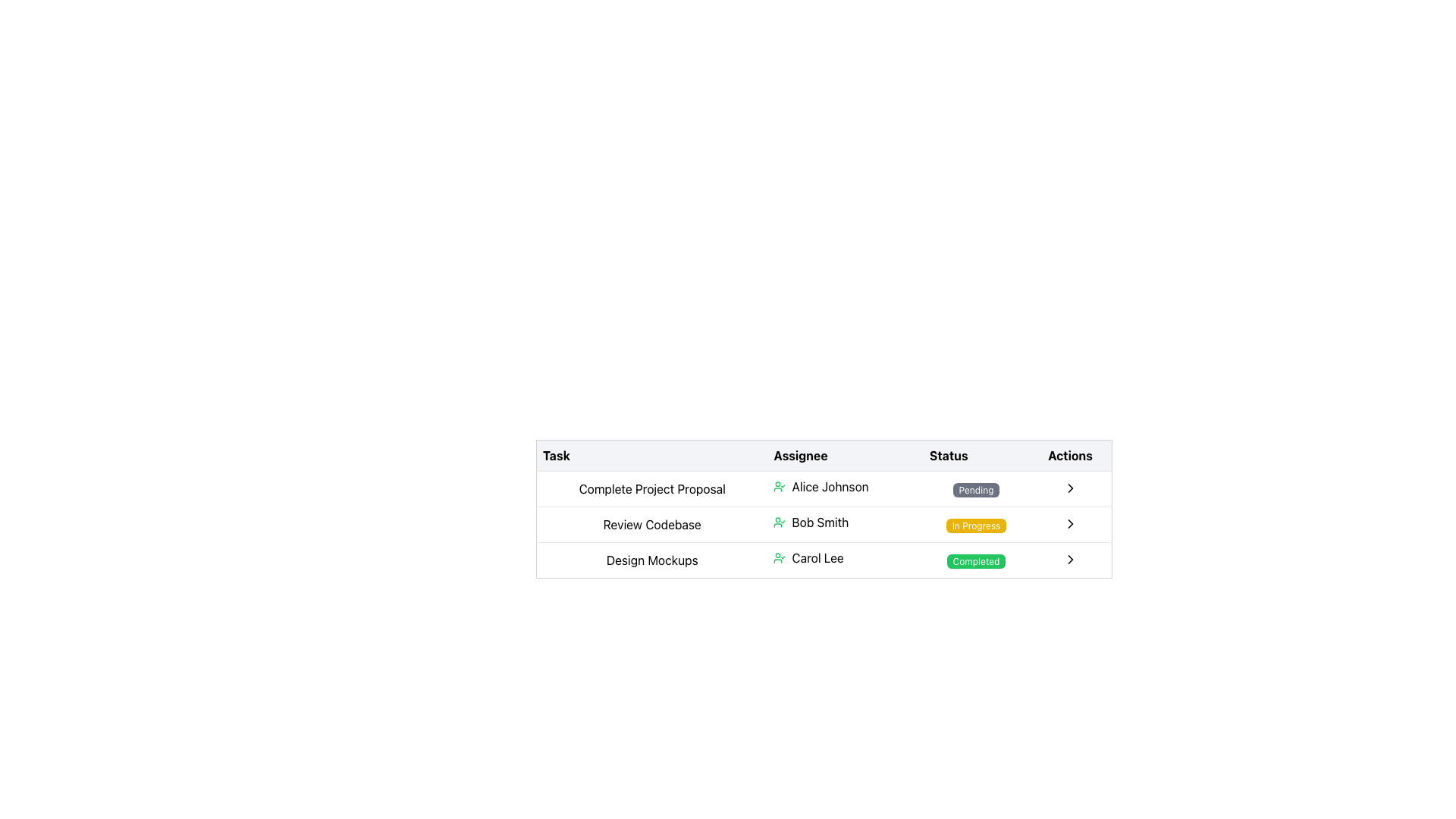 The width and height of the screenshot is (1456, 819). What do you see at coordinates (651, 523) in the screenshot?
I see `the text label displaying the task assigned to Bob Smith in the 'Task' column of the task management table, which is the second entry from the top` at bounding box center [651, 523].